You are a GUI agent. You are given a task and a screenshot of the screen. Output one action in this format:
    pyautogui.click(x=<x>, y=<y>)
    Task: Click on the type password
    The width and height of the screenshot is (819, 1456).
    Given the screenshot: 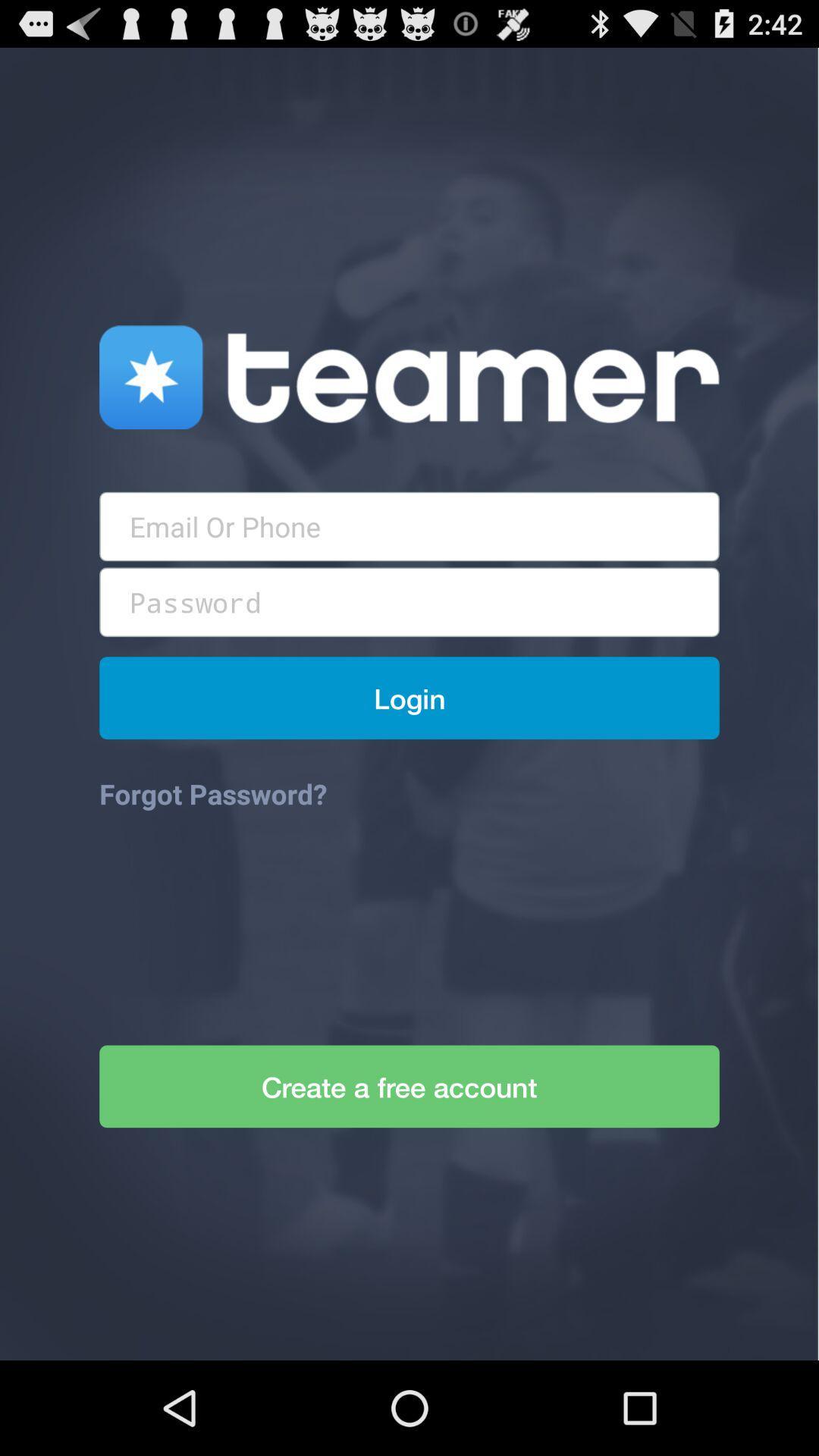 What is the action you would take?
    pyautogui.click(x=409, y=601)
    